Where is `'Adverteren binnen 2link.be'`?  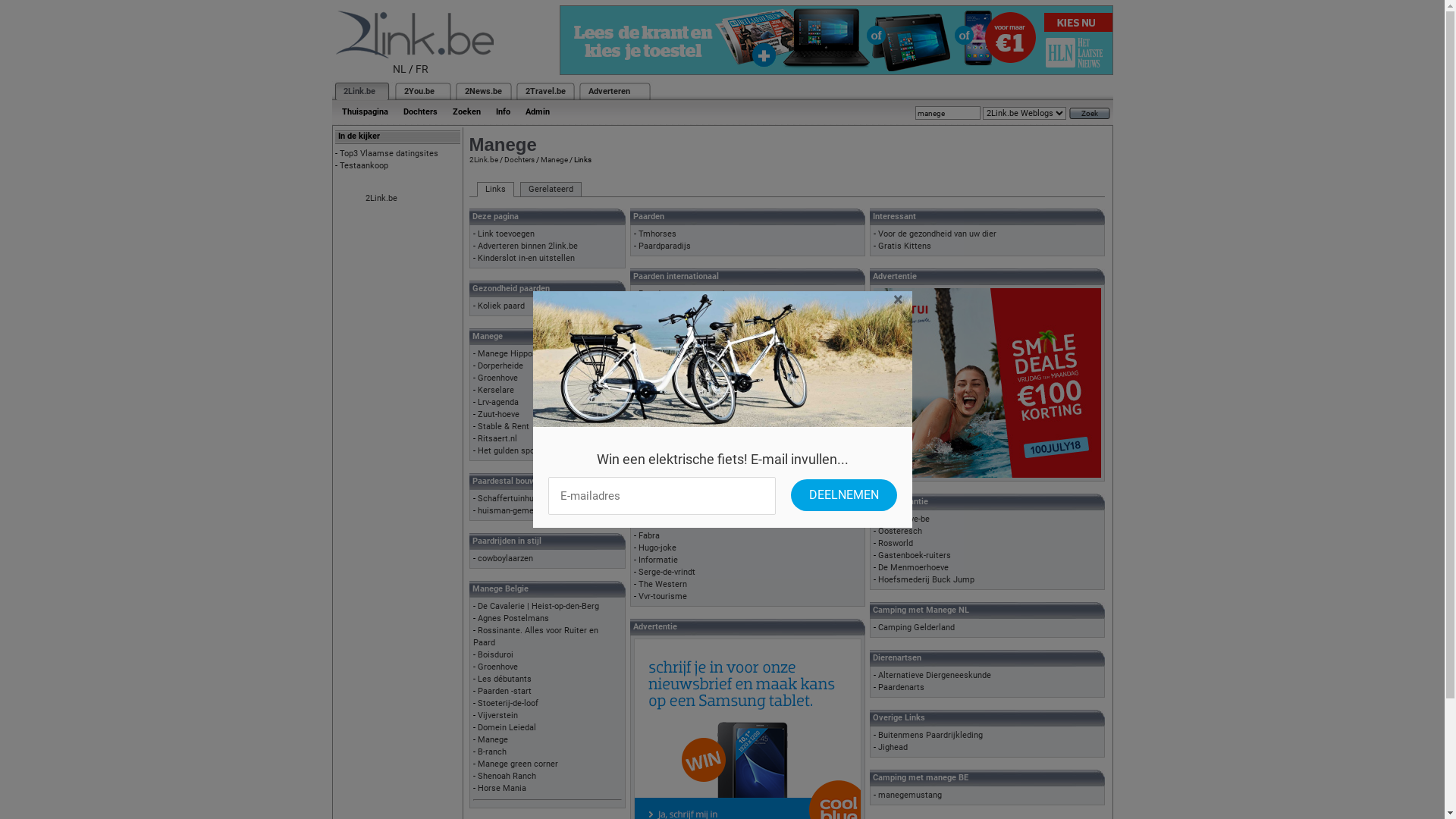
'Adverteren binnen 2link.be' is located at coordinates (528, 245).